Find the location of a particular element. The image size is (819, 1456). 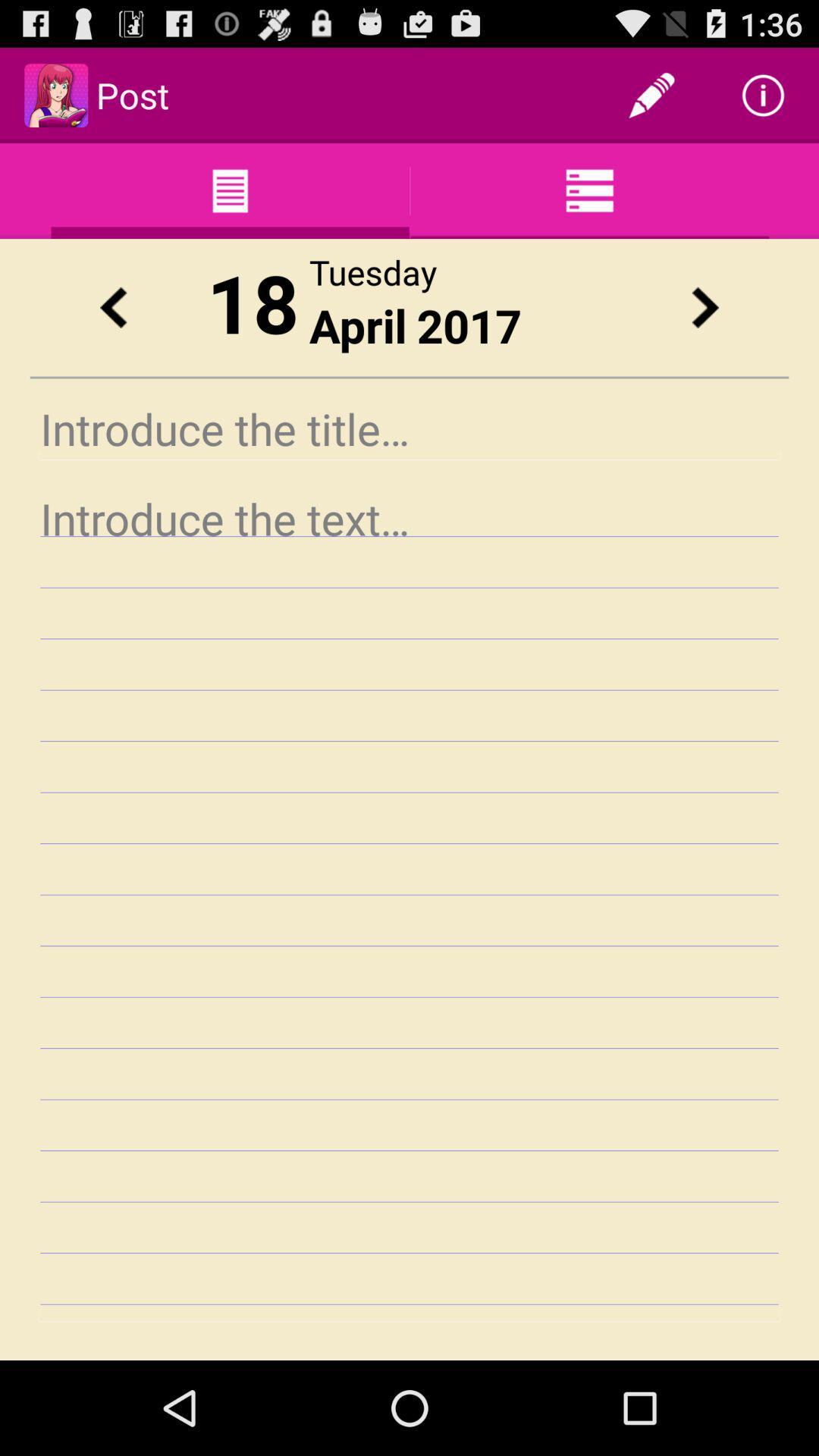

the arrow_forward icon is located at coordinates (704, 328).